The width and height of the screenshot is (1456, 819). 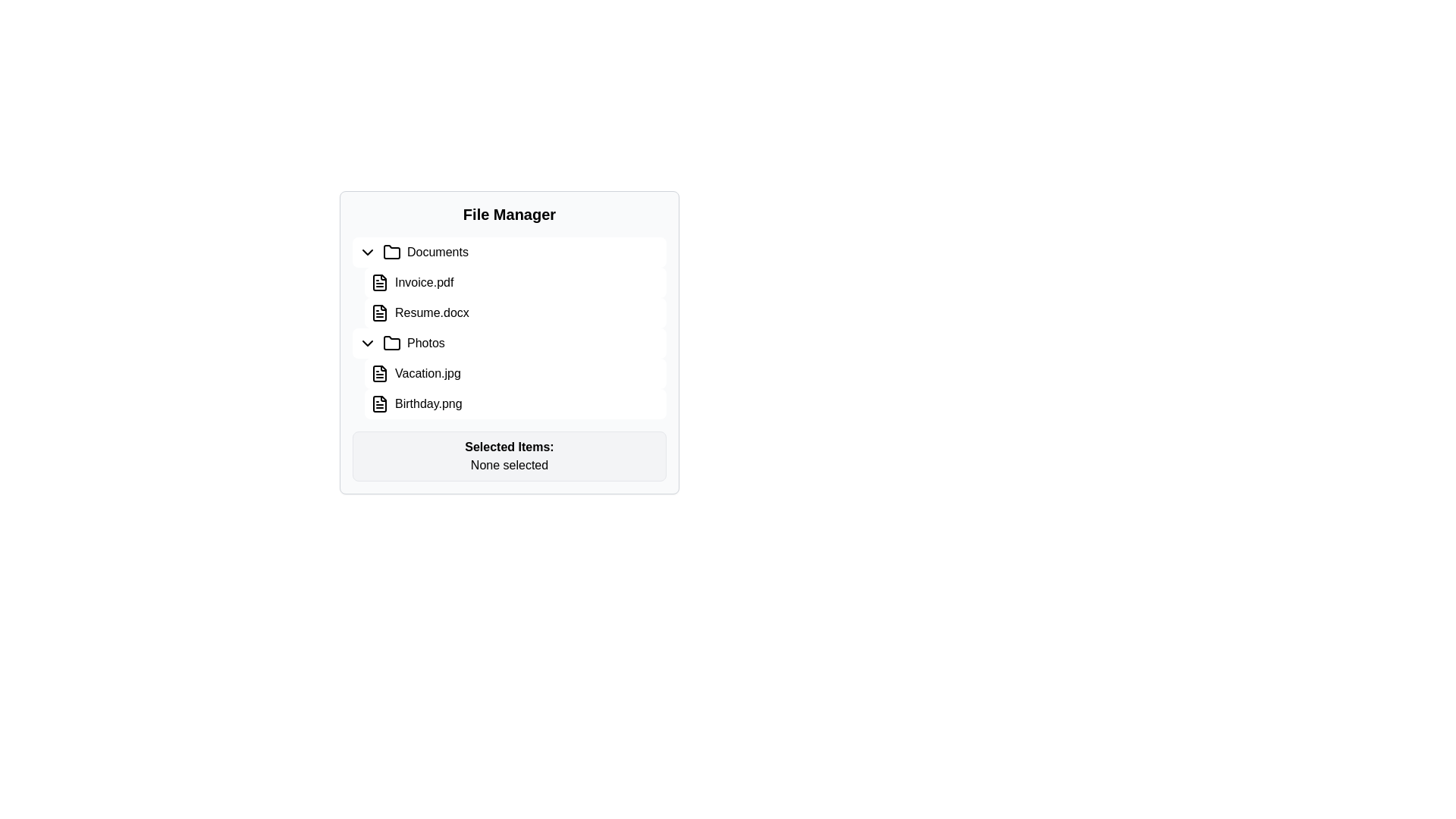 I want to click on the text label 'Birthday.png', so click(x=428, y=403).